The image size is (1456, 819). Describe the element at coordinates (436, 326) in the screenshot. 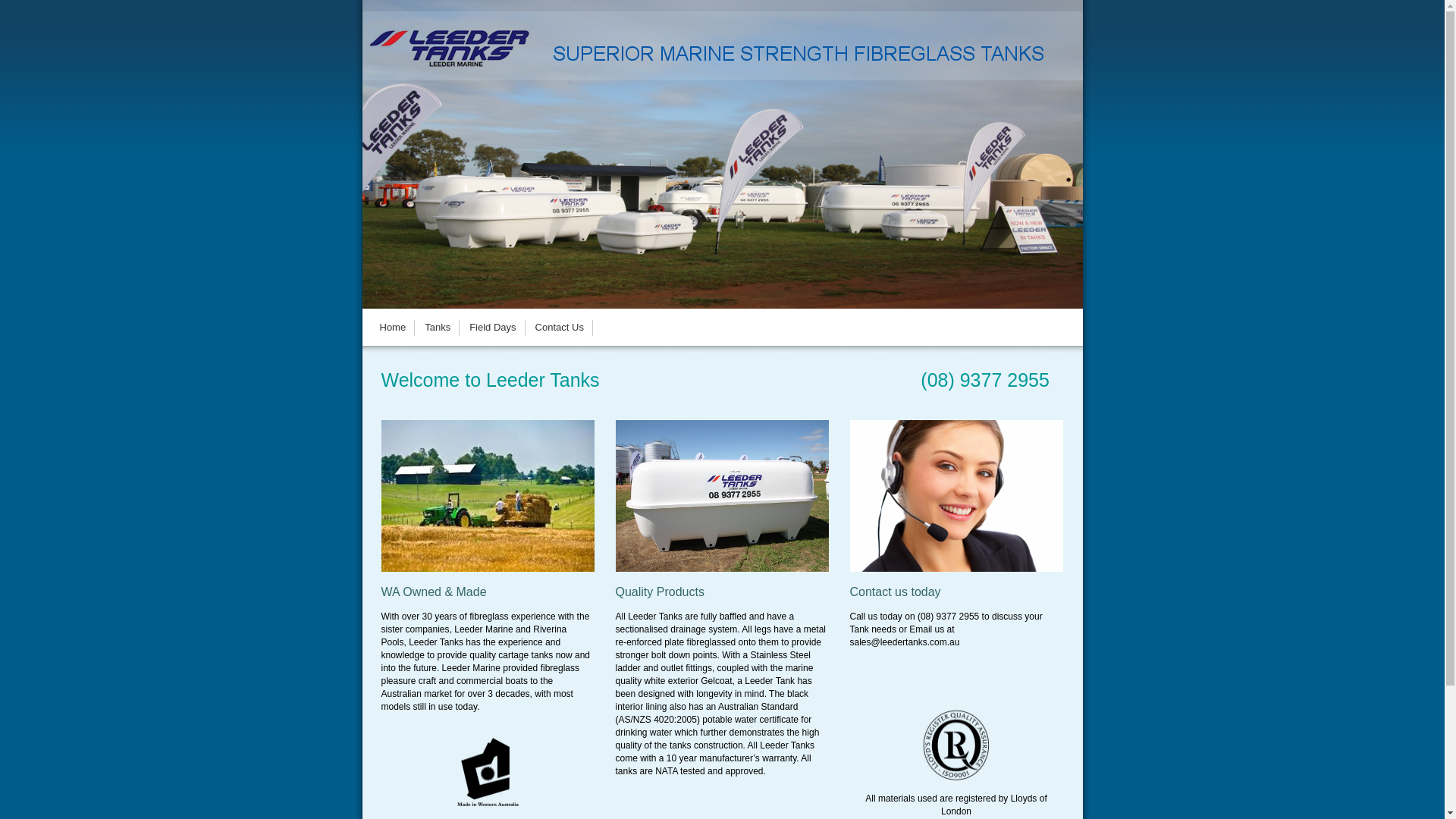

I see `'Tanks'` at that location.